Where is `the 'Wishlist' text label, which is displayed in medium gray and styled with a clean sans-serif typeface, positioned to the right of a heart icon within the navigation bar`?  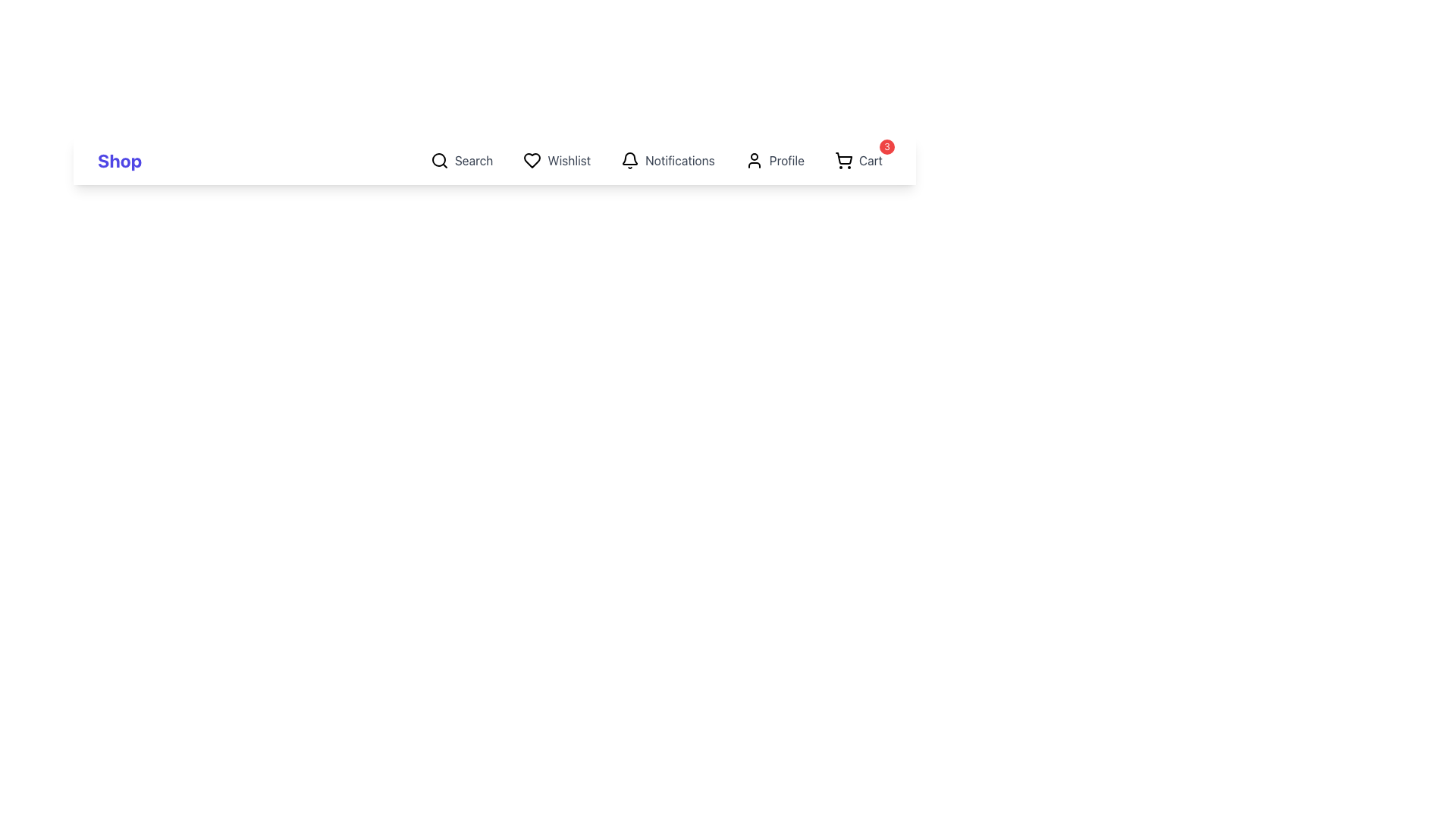 the 'Wishlist' text label, which is displayed in medium gray and styled with a clean sans-serif typeface, positioned to the right of a heart icon within the navigation bar is located at coordinates (568, 161).